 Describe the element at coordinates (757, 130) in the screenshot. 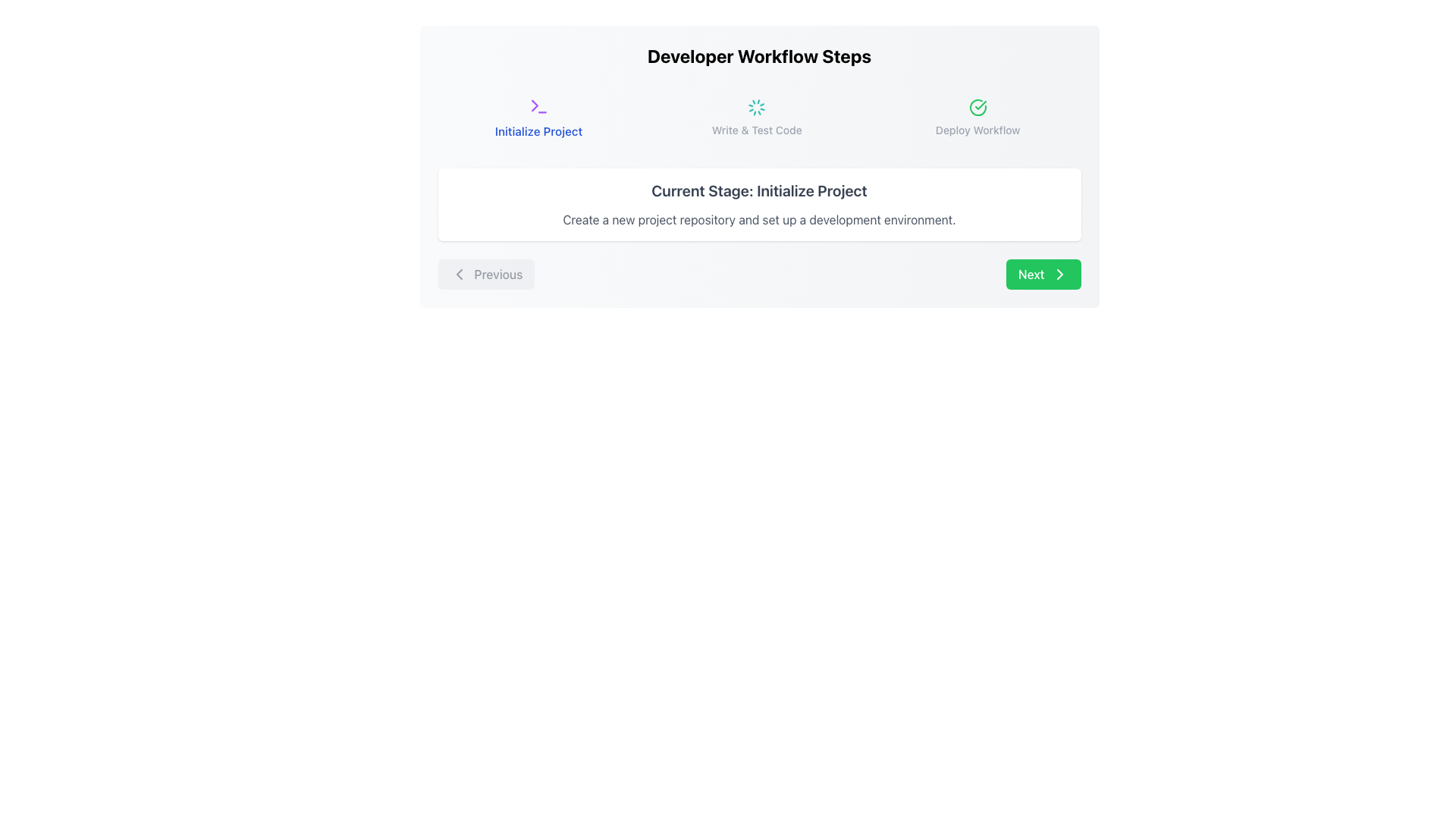

I see `the text label that reads 'Write & Test Code', which is styled in gray and located below a spinning icon indicating processing` at that location.